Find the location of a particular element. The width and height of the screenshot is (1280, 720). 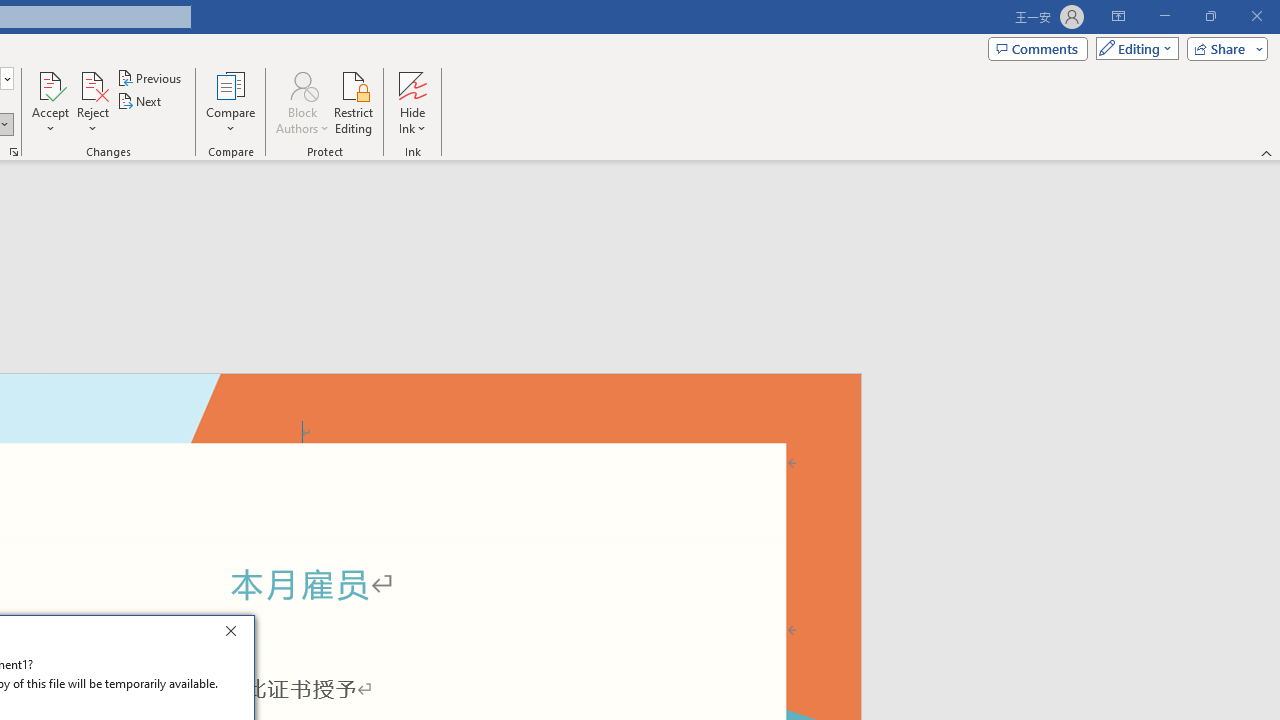

'Comments' is located at coordinates (1038, 47).